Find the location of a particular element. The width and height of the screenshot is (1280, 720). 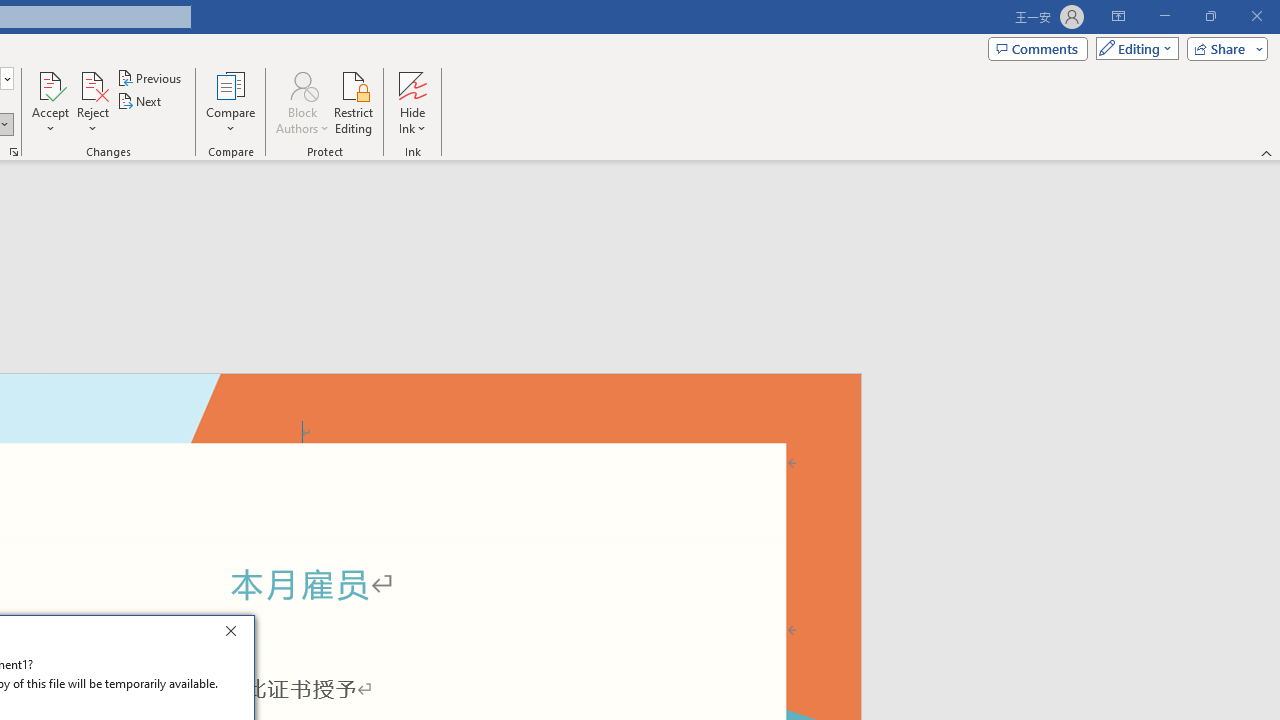

'Comments' is located at coordinates (1038, 47).